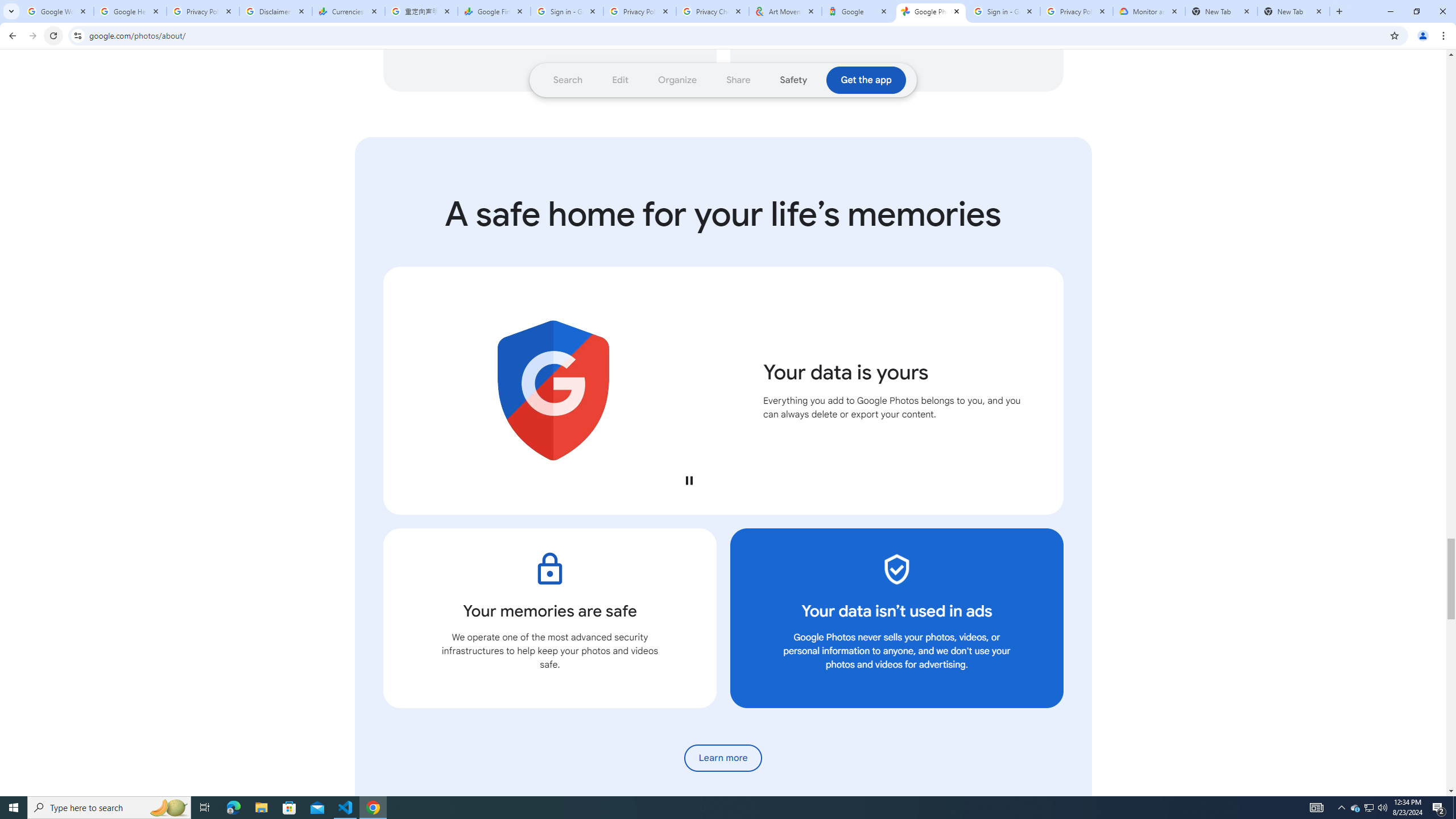  I want to click on 'Go to section: Search', so click(568, 80).